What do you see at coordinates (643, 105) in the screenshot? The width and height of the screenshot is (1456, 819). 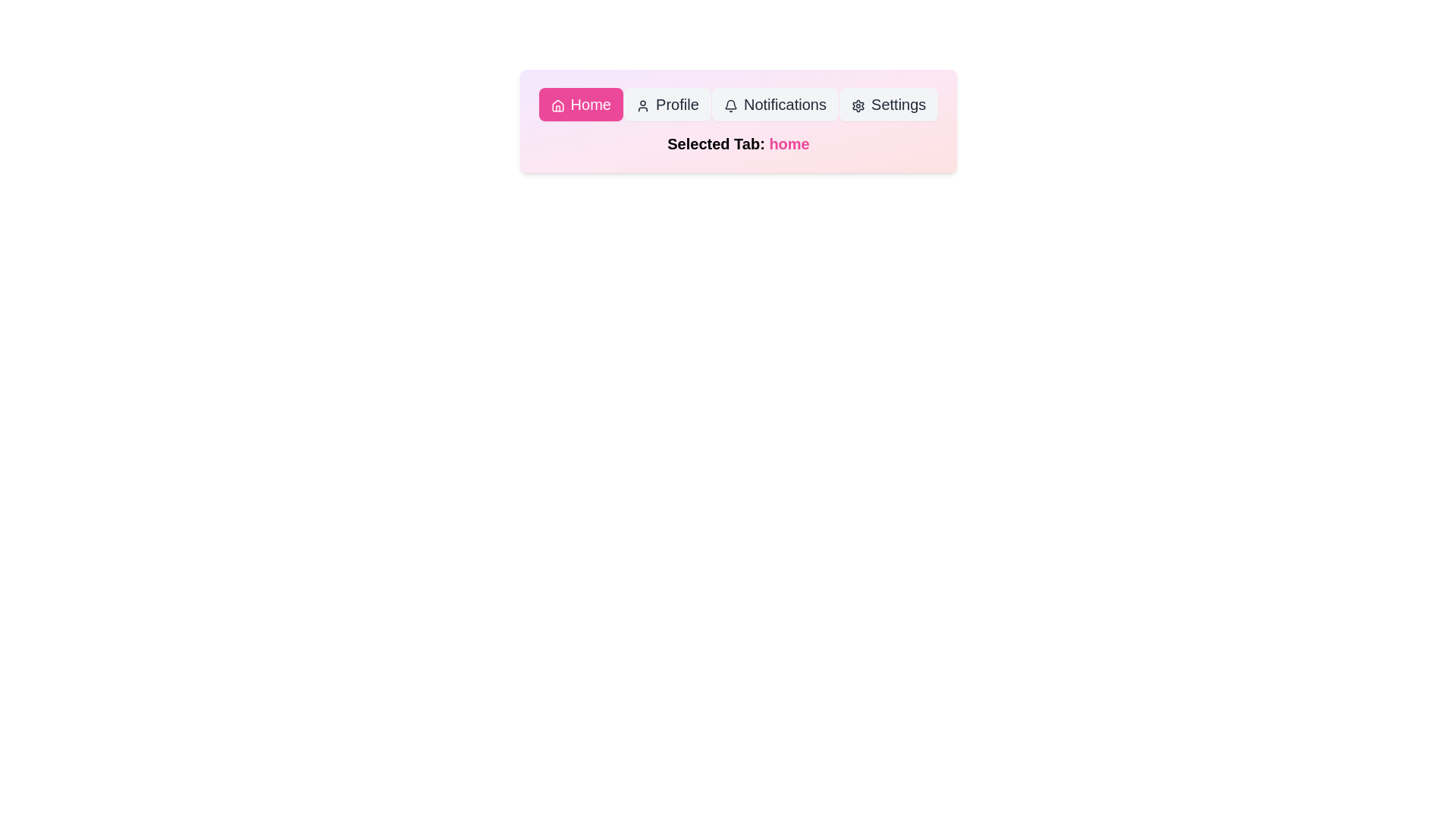 I see `the 'Profile' SVG Icon located to the left of the text 'Profile' in the navigation menu` at bounding box center [643, 105].